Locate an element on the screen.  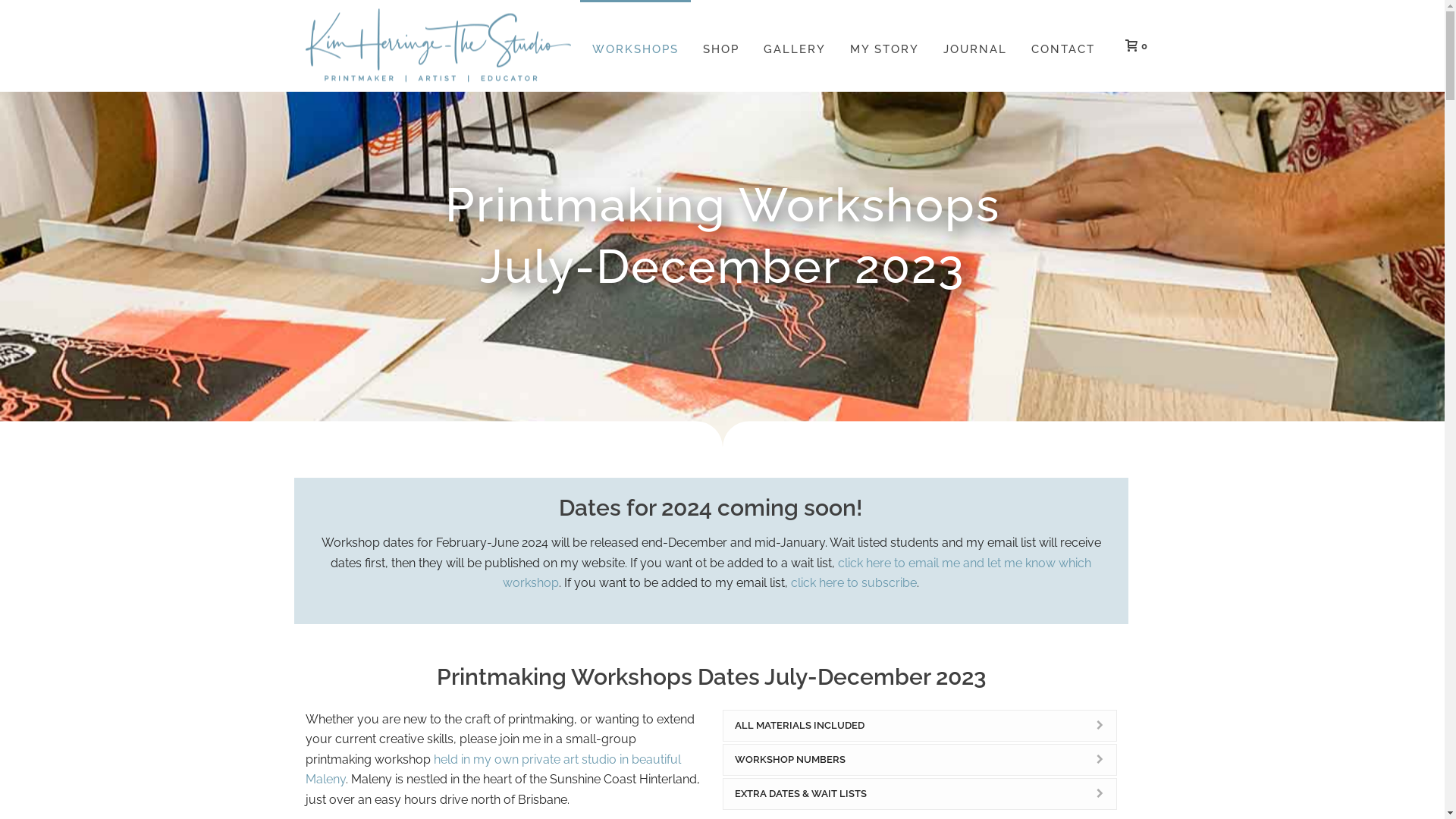
'held in my own private art studio in beautiful Maleny' is located at coordinates (492, 769).